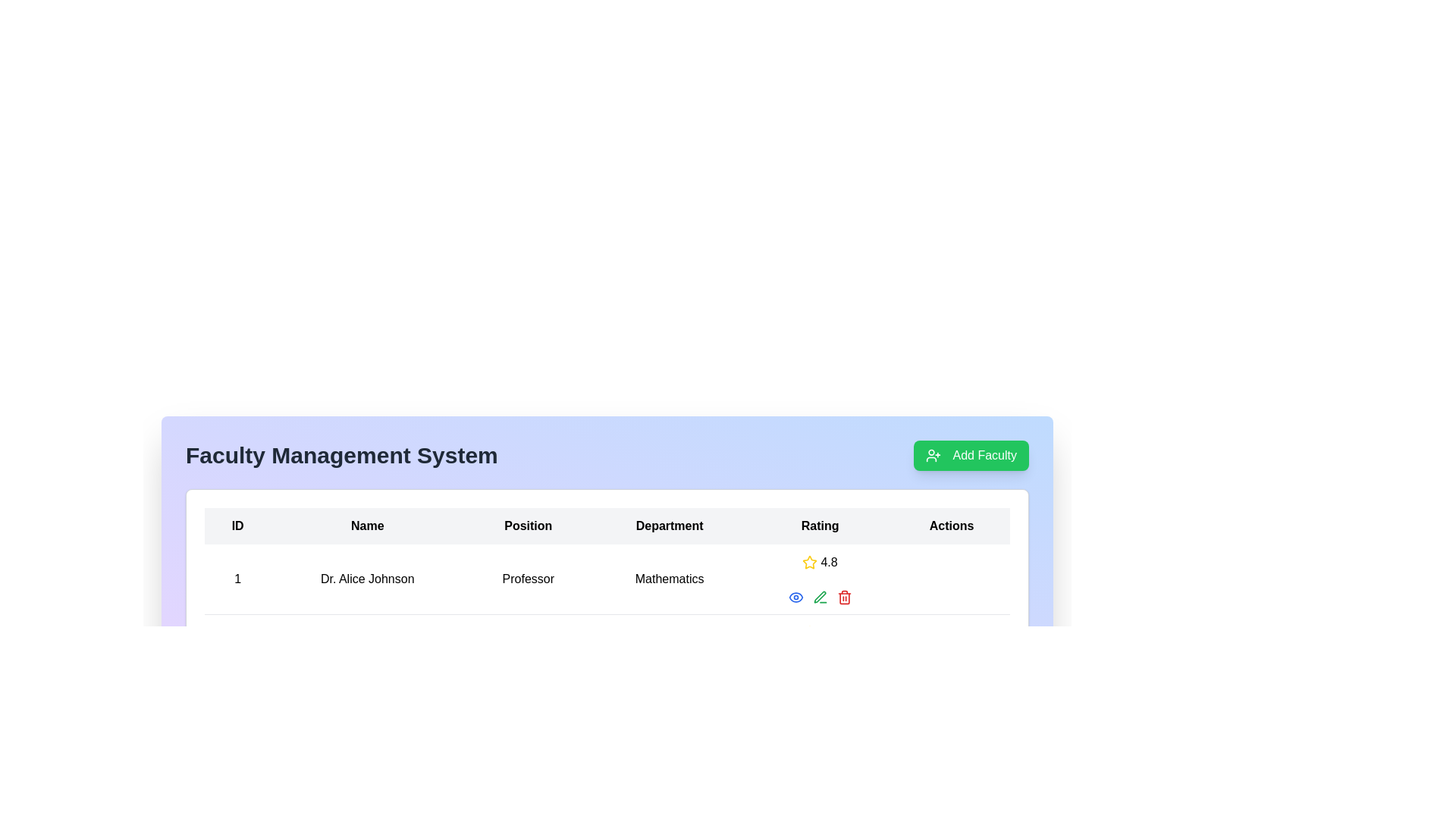  What do you see at coordinates (669, 526) in the screenshot?
I see `the static text label displaying 'Department' in the header row of the table` at bounding box center [669, 526].